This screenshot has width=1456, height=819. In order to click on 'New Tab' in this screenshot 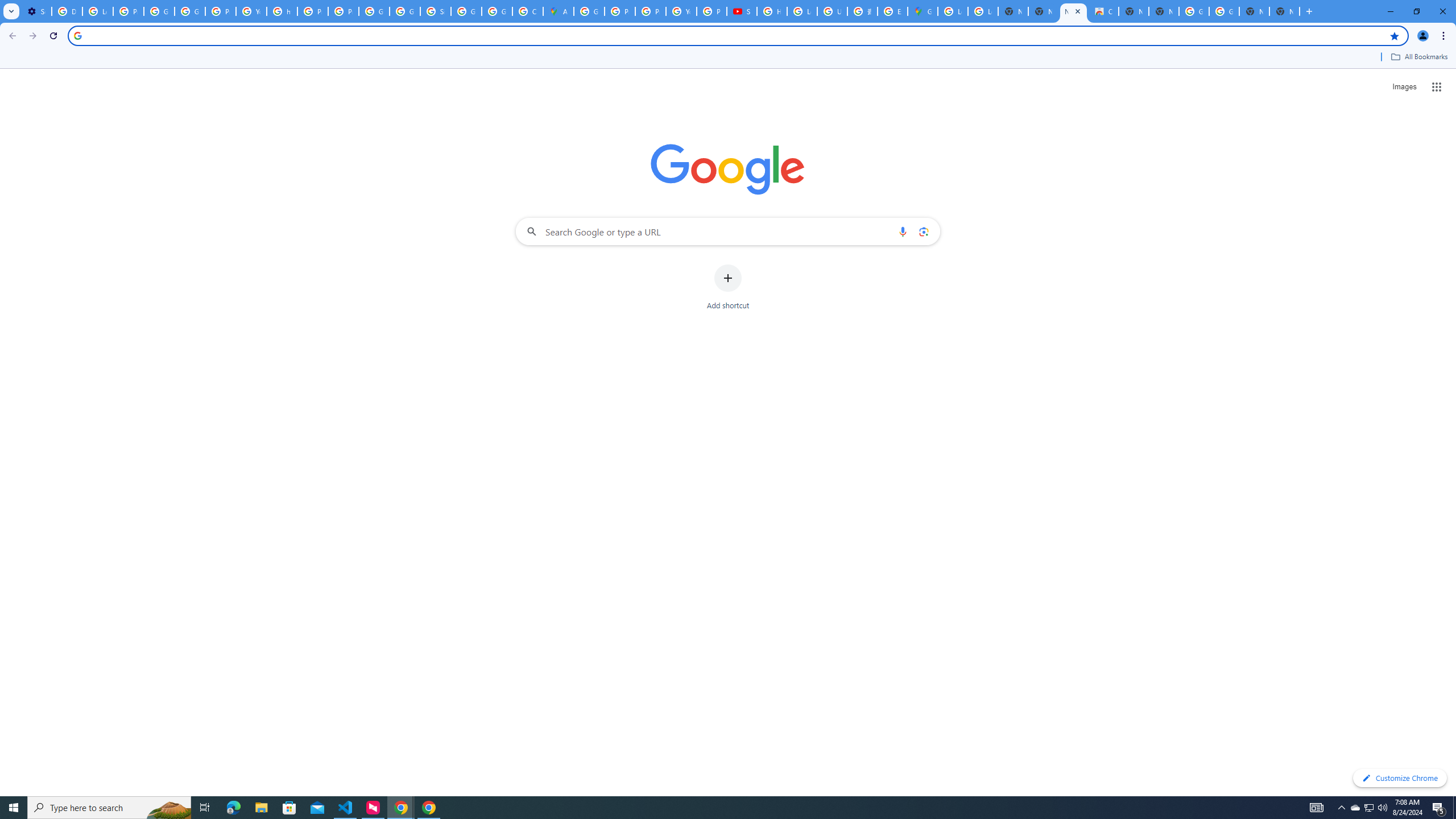, I will do `click(1284, 11)`.